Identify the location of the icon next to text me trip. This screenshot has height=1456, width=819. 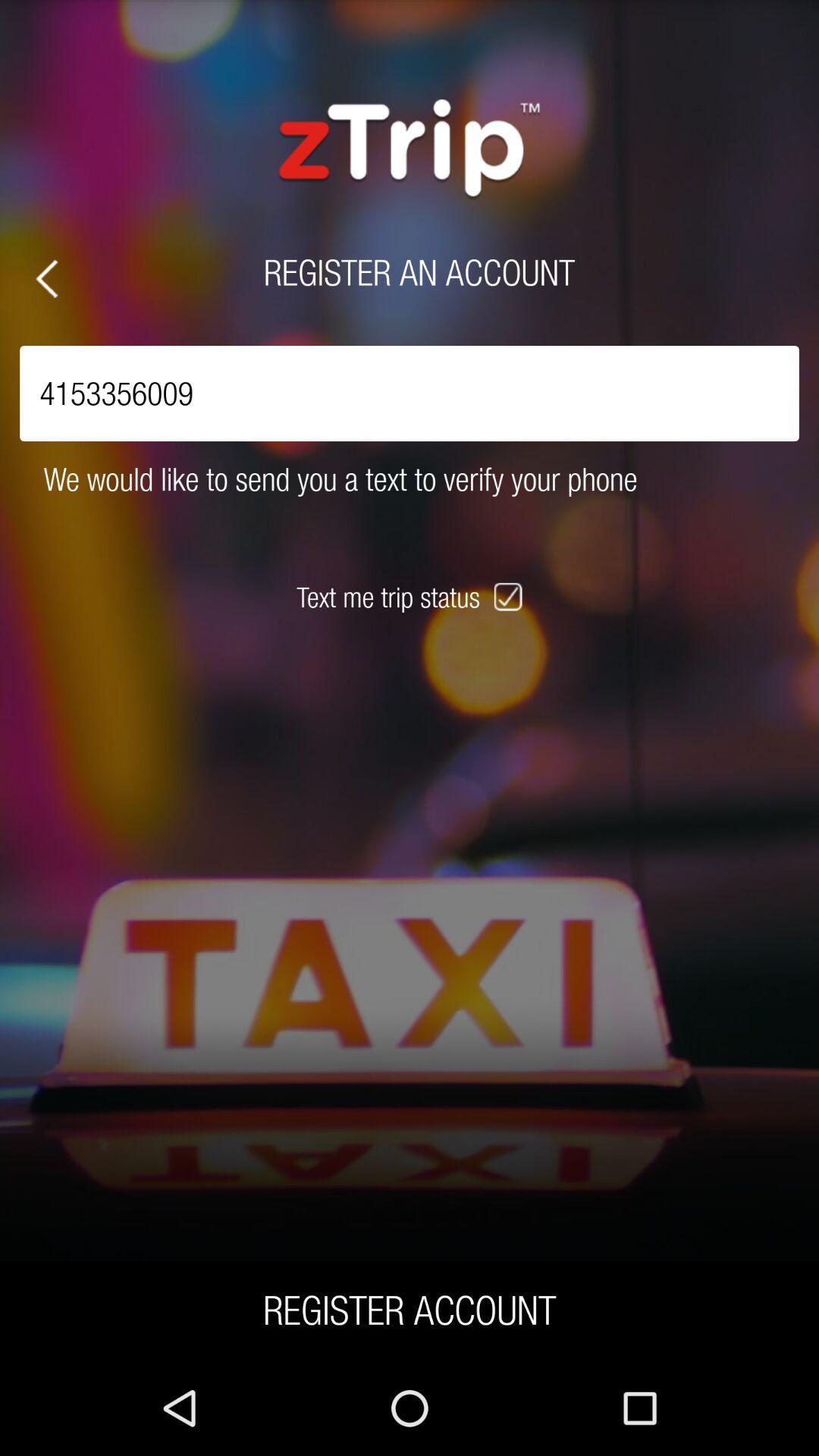
(510, 596).